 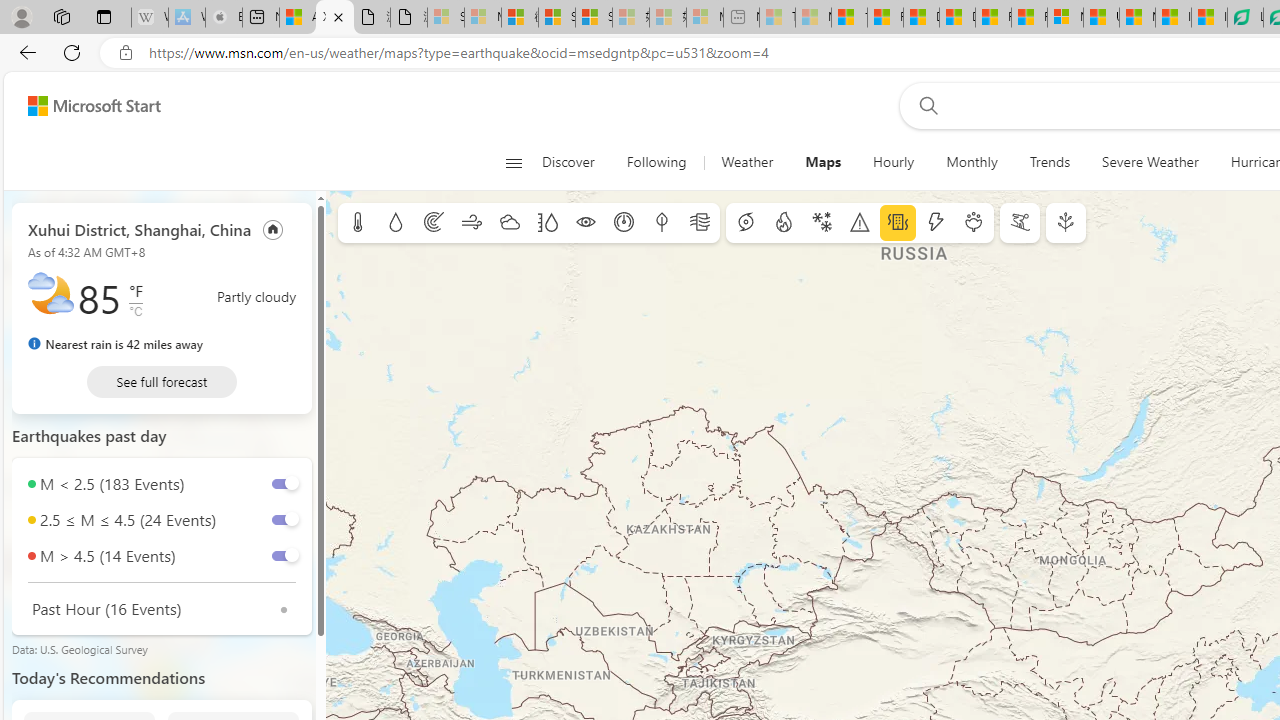 What do you see at coordinates (139, 228) in the screenshot?
I see `'Xuhui District, Shanghai, China'` at bounding box center [139, 228].